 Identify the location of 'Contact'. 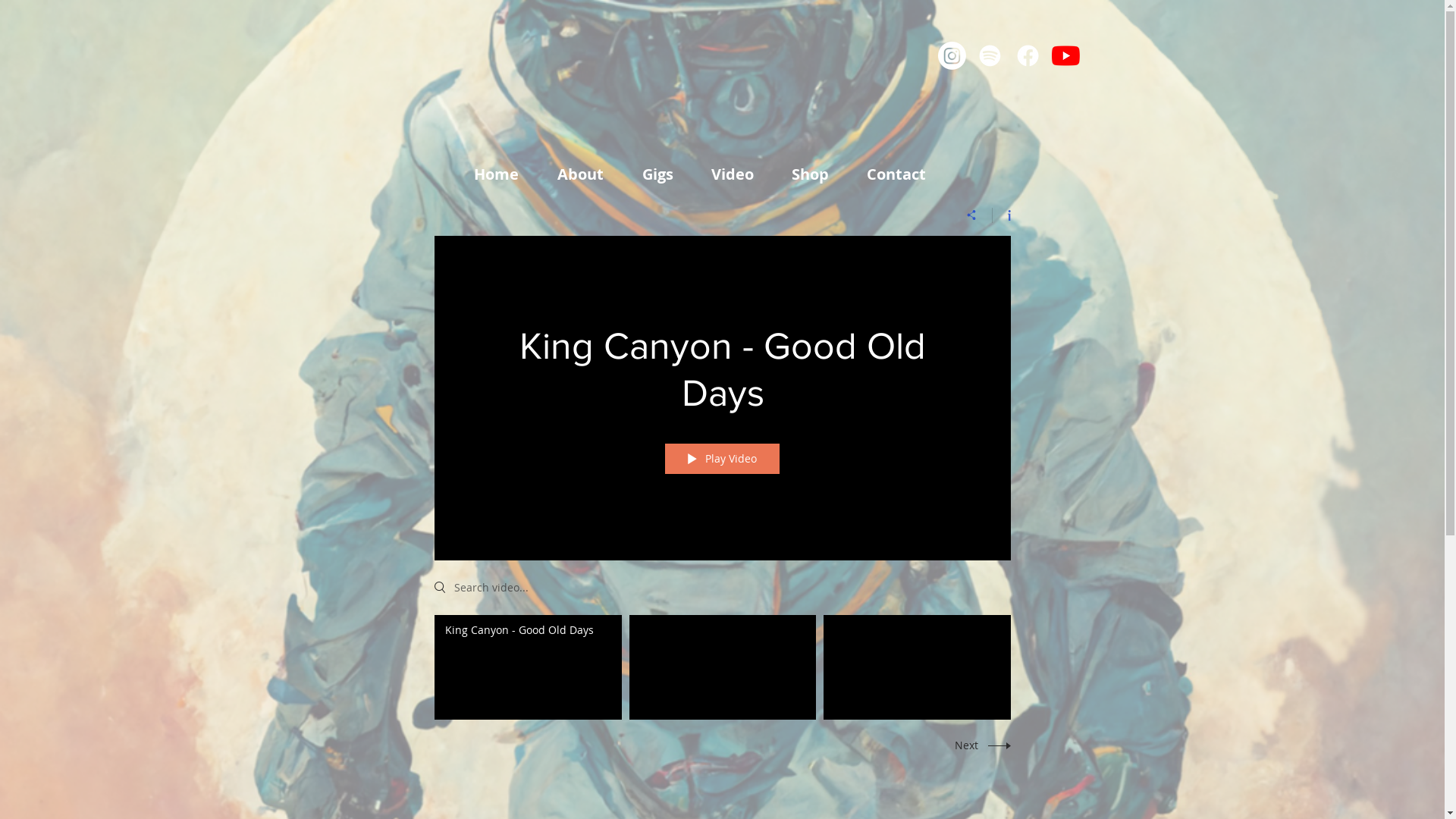
(903, 174).